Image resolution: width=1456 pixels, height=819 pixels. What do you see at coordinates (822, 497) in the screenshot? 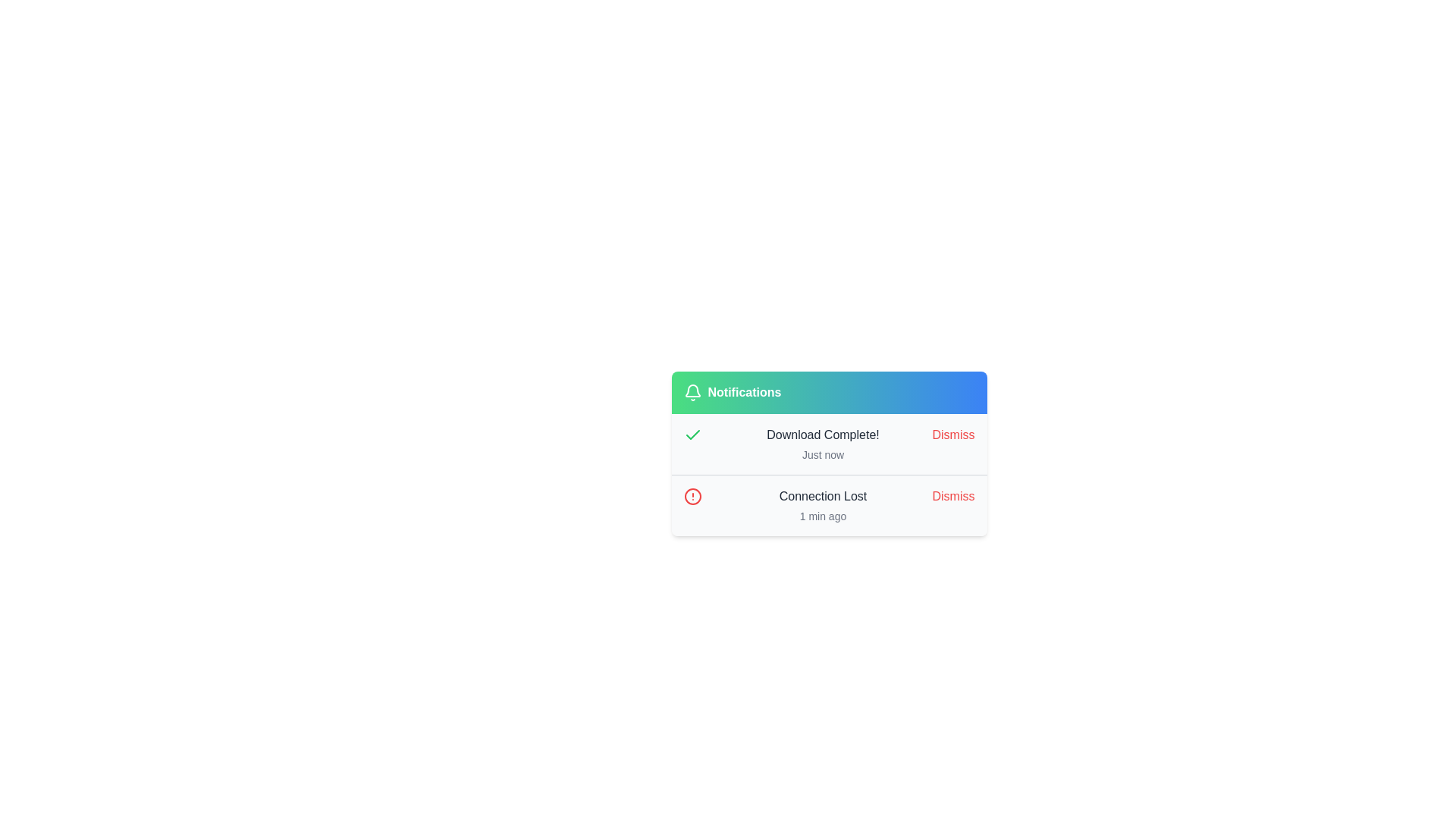
I see `the 'Connection Lost' static text label within the Notifications block, which notifies the user about a connectivity issue` at bounding box center [822, 497].